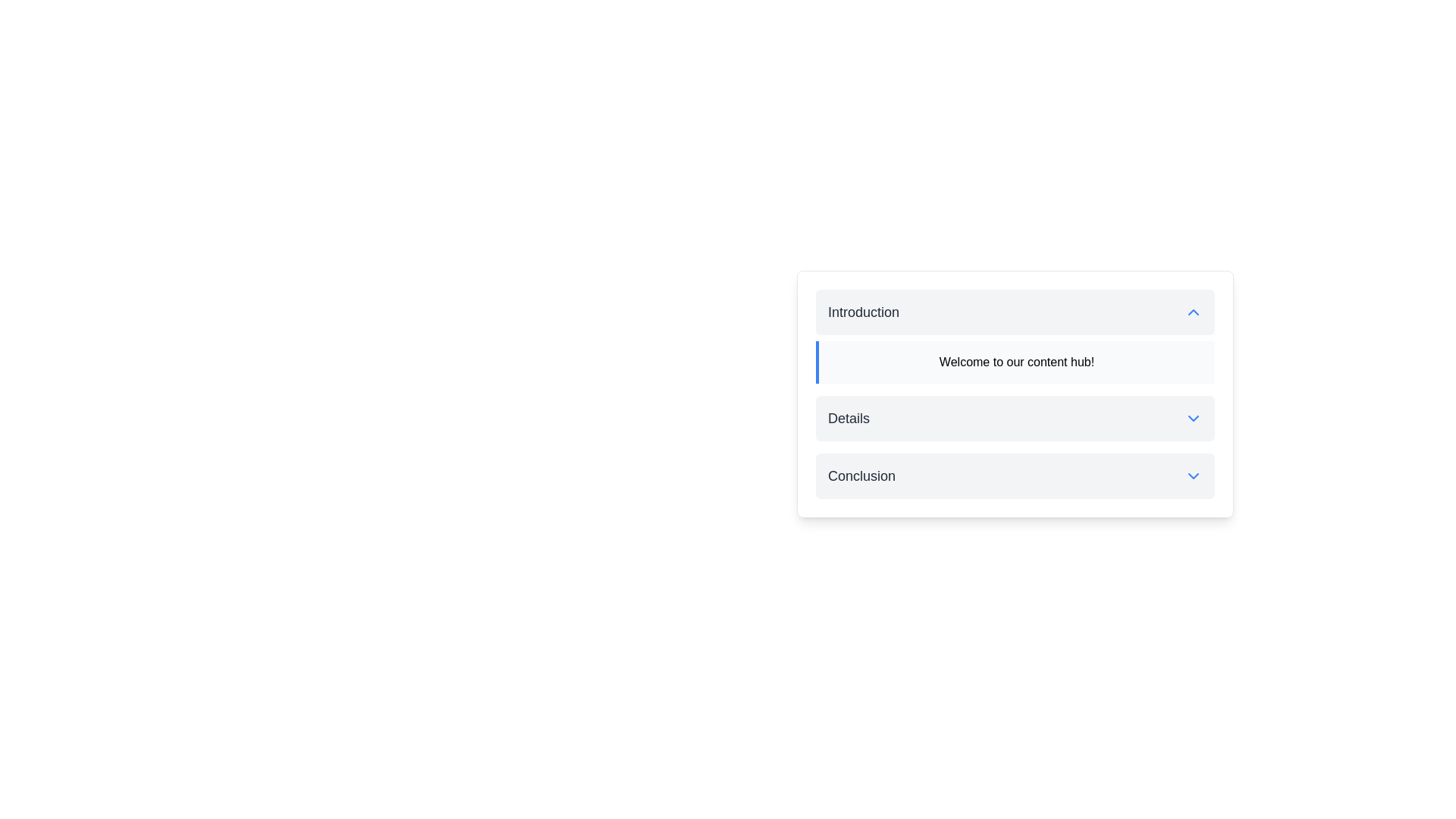 This screenshot has height=819, width=1456. Describe the element at coordinates (1193, 418) in the screenshot. I see `the blue downward-pointing chevron icon located to the right of the 'Details' section label` at that location.